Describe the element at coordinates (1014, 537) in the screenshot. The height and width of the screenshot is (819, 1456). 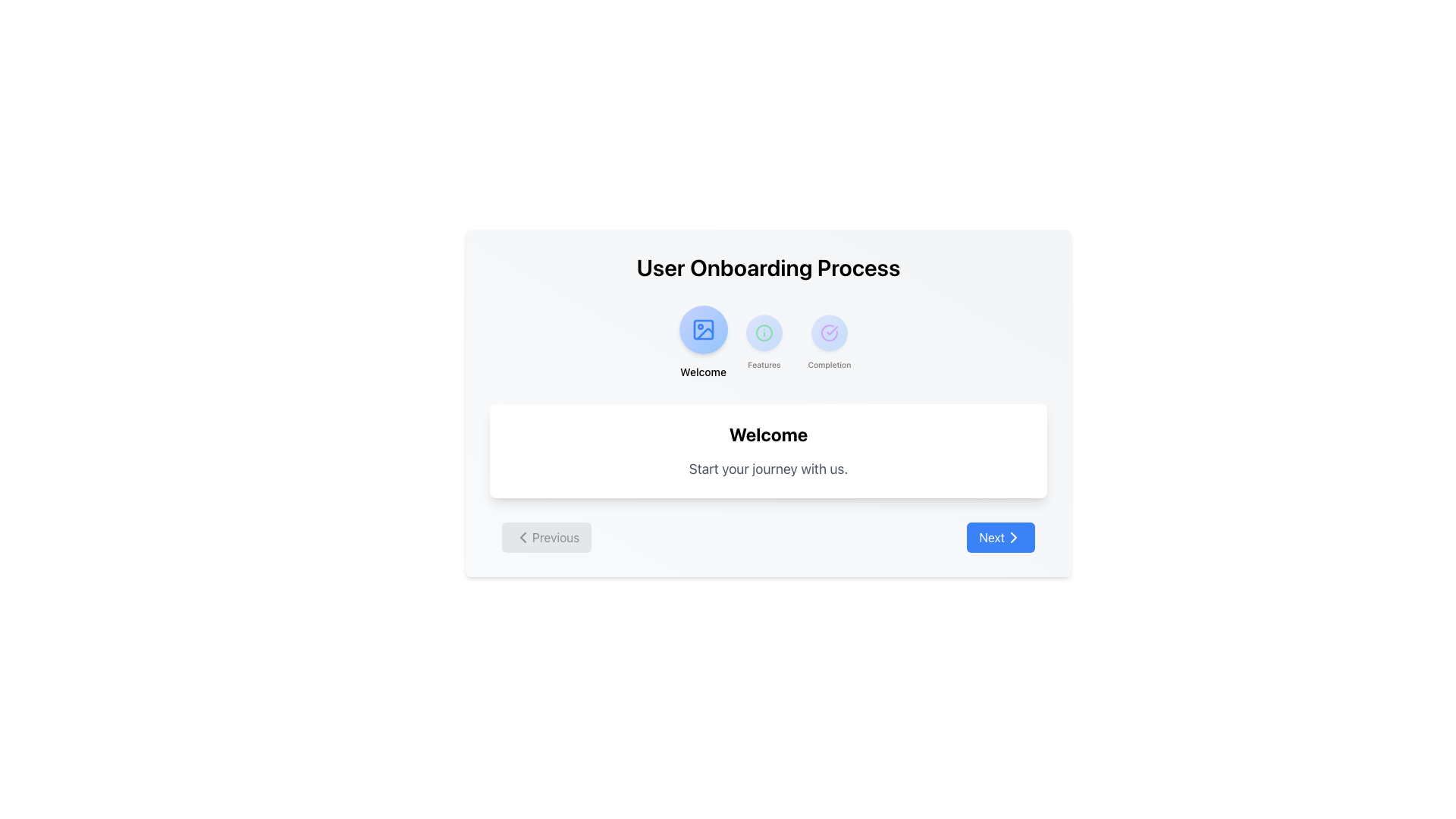
I see `the right-oriented arrow within the 'Next' button` at that location.